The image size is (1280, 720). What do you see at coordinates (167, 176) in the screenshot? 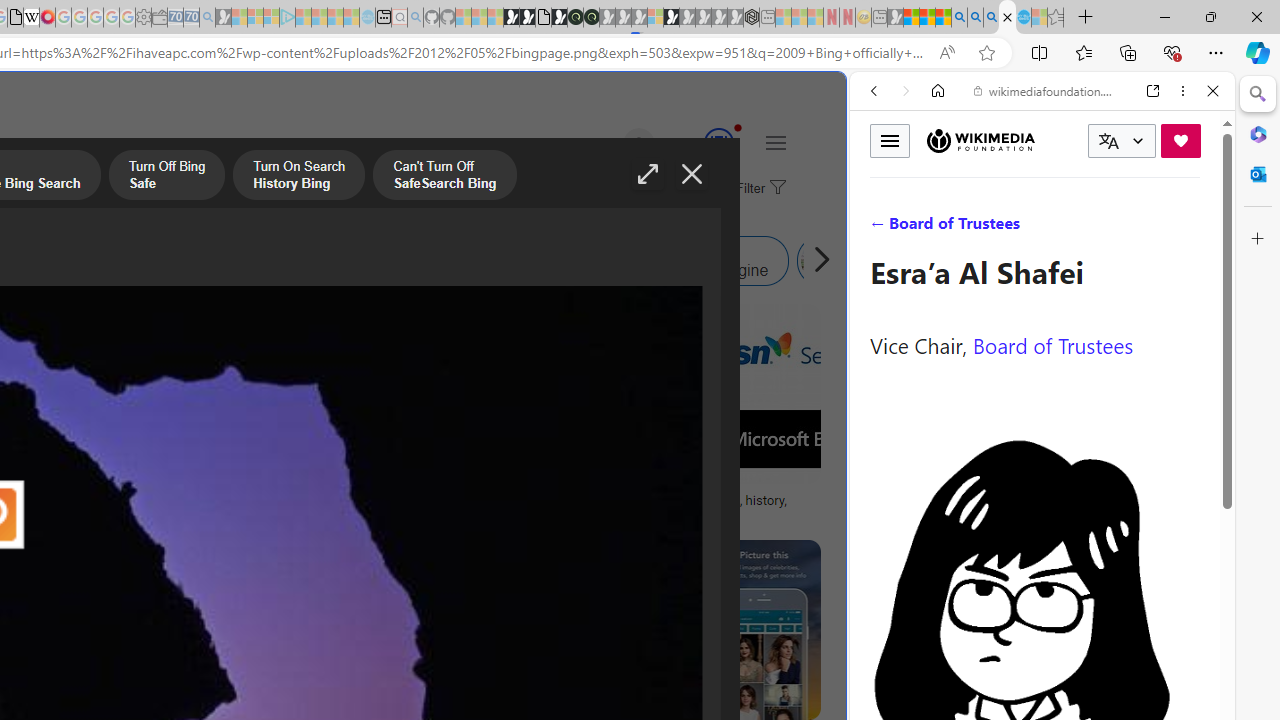
I see `'Turn Off Bing Safe'` at bounding box center [167, 176].